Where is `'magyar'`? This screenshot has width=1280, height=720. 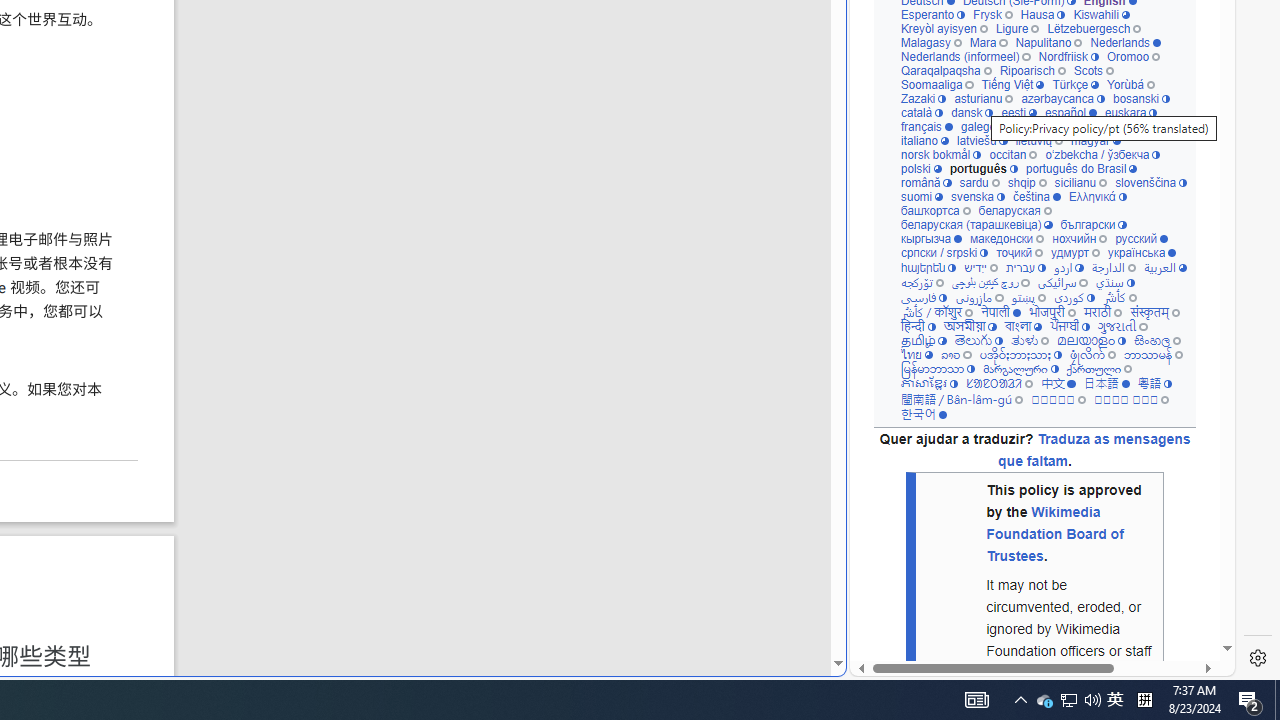 'magyar' is located at coordinates (1094, 139).